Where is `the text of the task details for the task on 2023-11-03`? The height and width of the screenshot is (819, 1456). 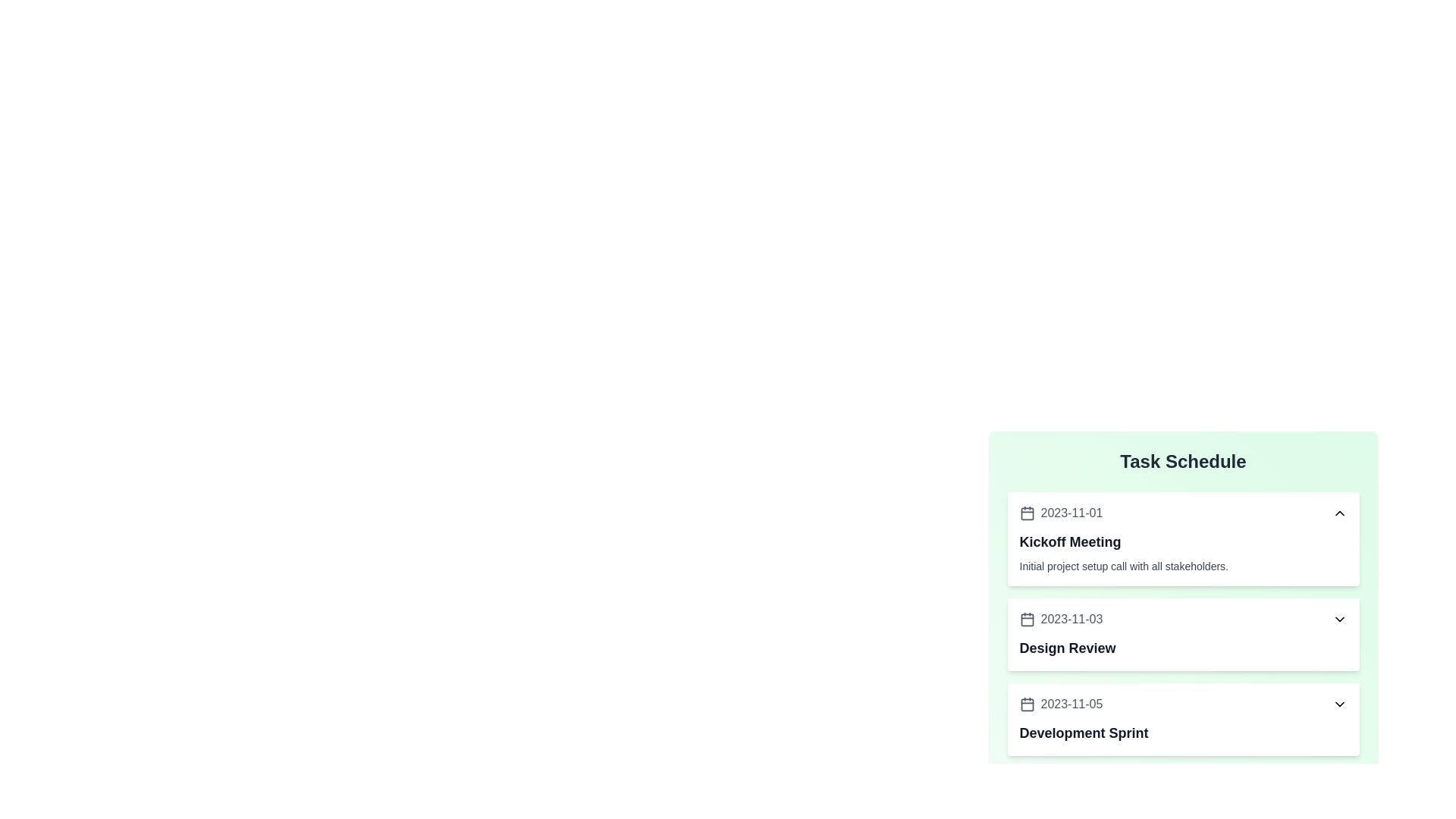 the text of the task details for the task on 2023-11-03 is located at coordinates (1182, 635).